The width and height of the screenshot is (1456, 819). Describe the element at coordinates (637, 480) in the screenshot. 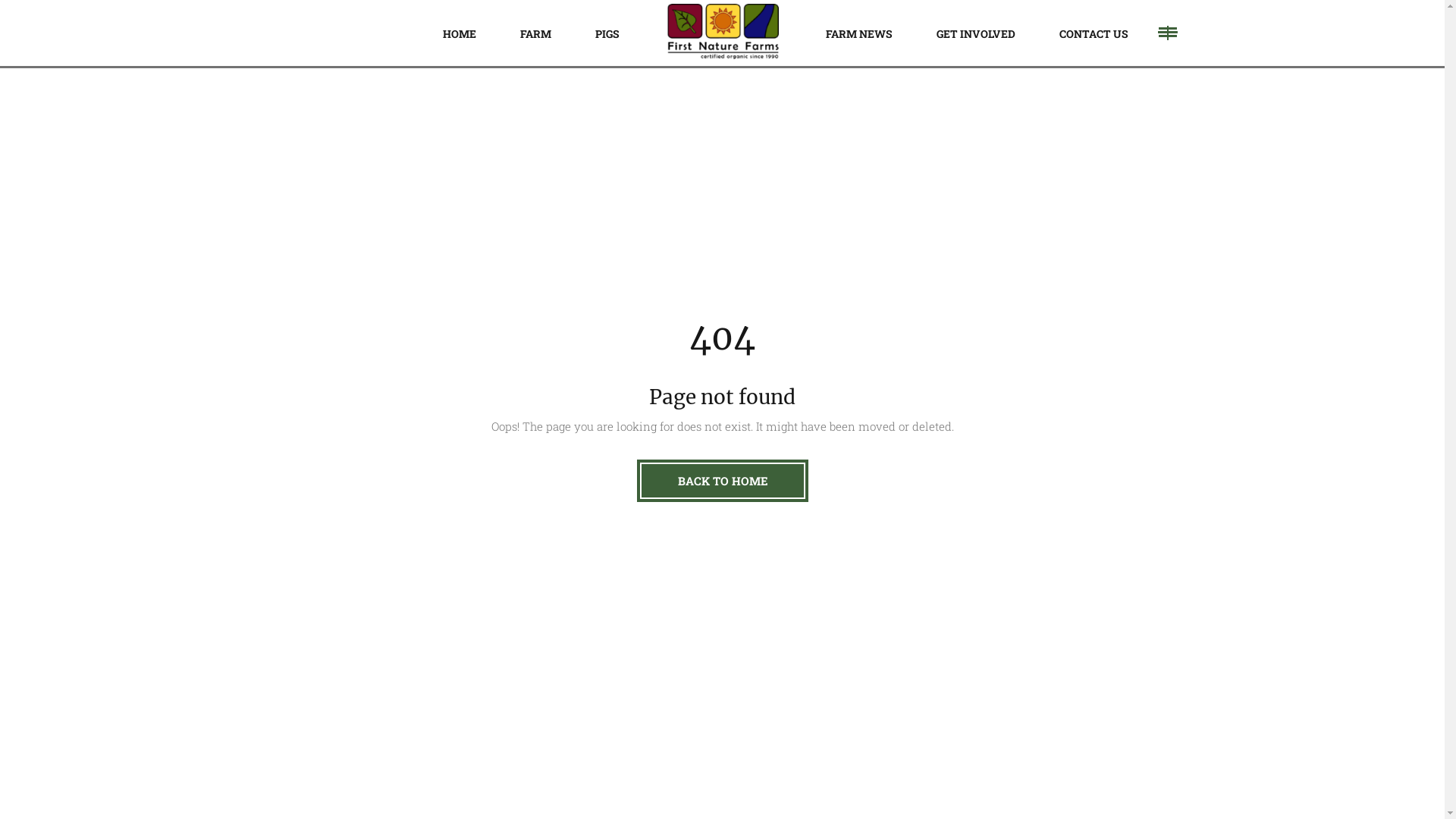

I see `'BACK TO HOME'` at that location.